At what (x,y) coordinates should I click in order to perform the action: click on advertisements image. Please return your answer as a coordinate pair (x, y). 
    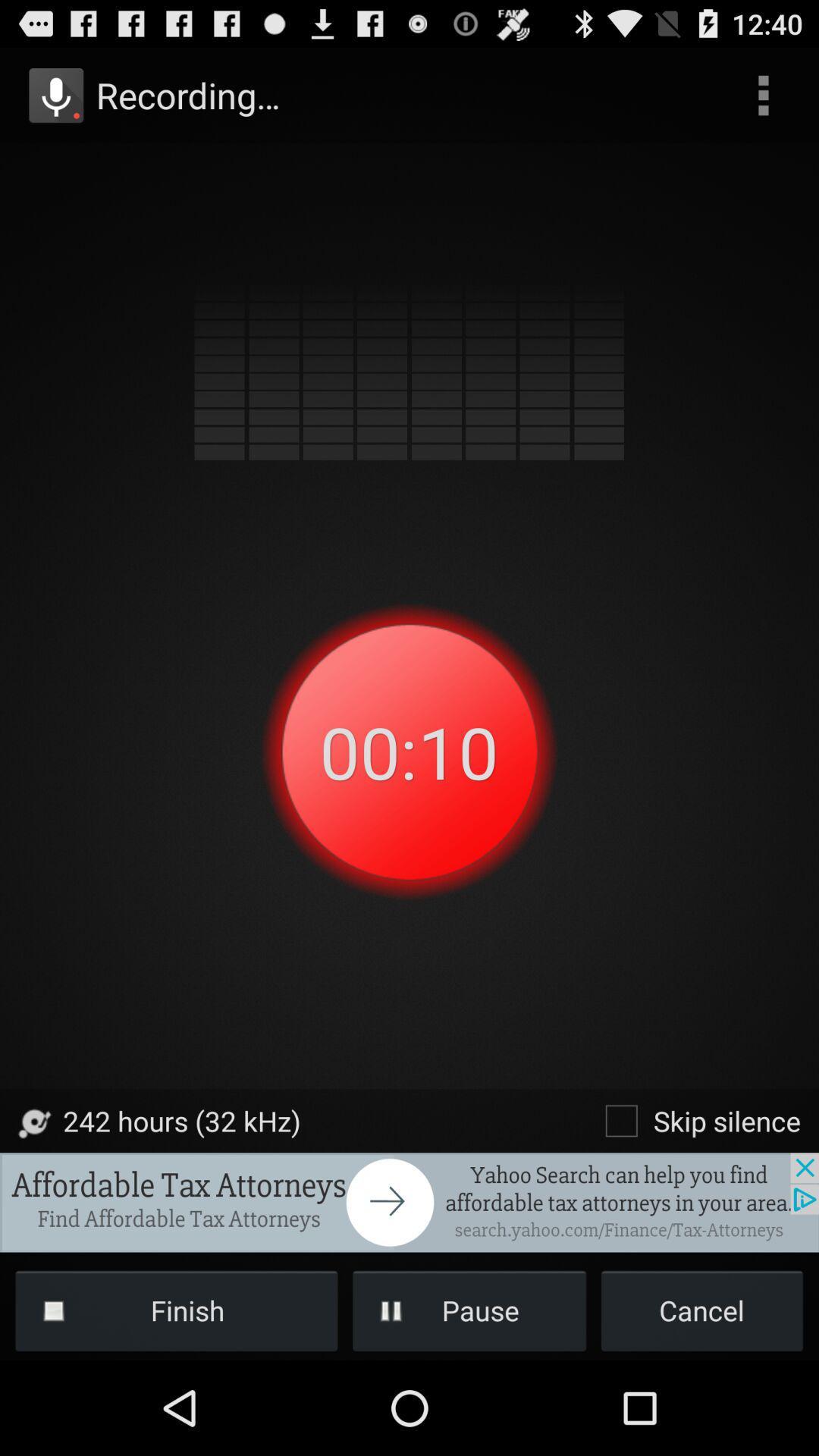
    Looking at the image, I should click on (409, 1201).